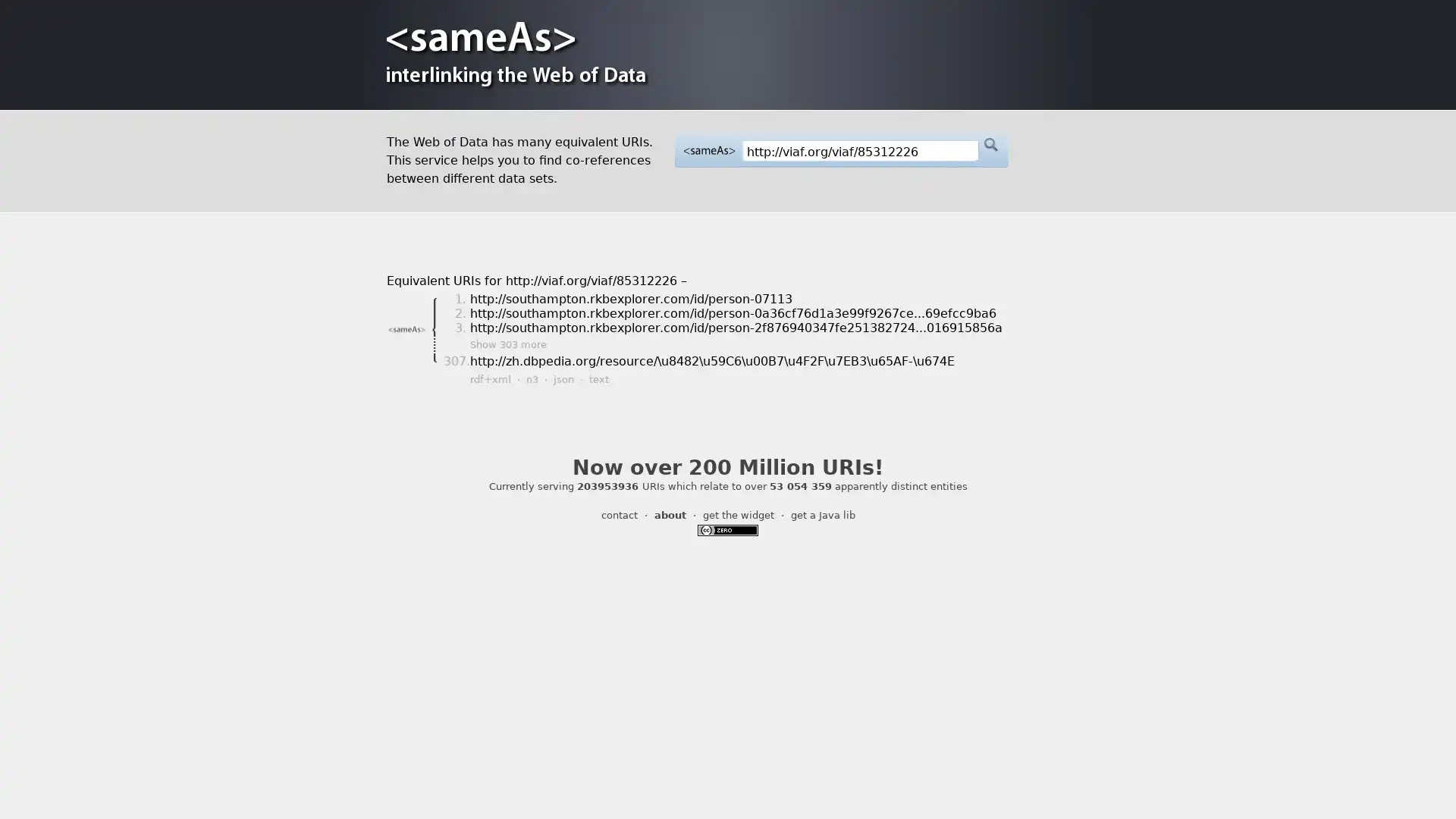 Image resolution: width=1456 pixels, height=819 pixels. What do you see at coordinates (990, 145) in the screenshot?
I see `Submit` at bounding box center [990, 145].